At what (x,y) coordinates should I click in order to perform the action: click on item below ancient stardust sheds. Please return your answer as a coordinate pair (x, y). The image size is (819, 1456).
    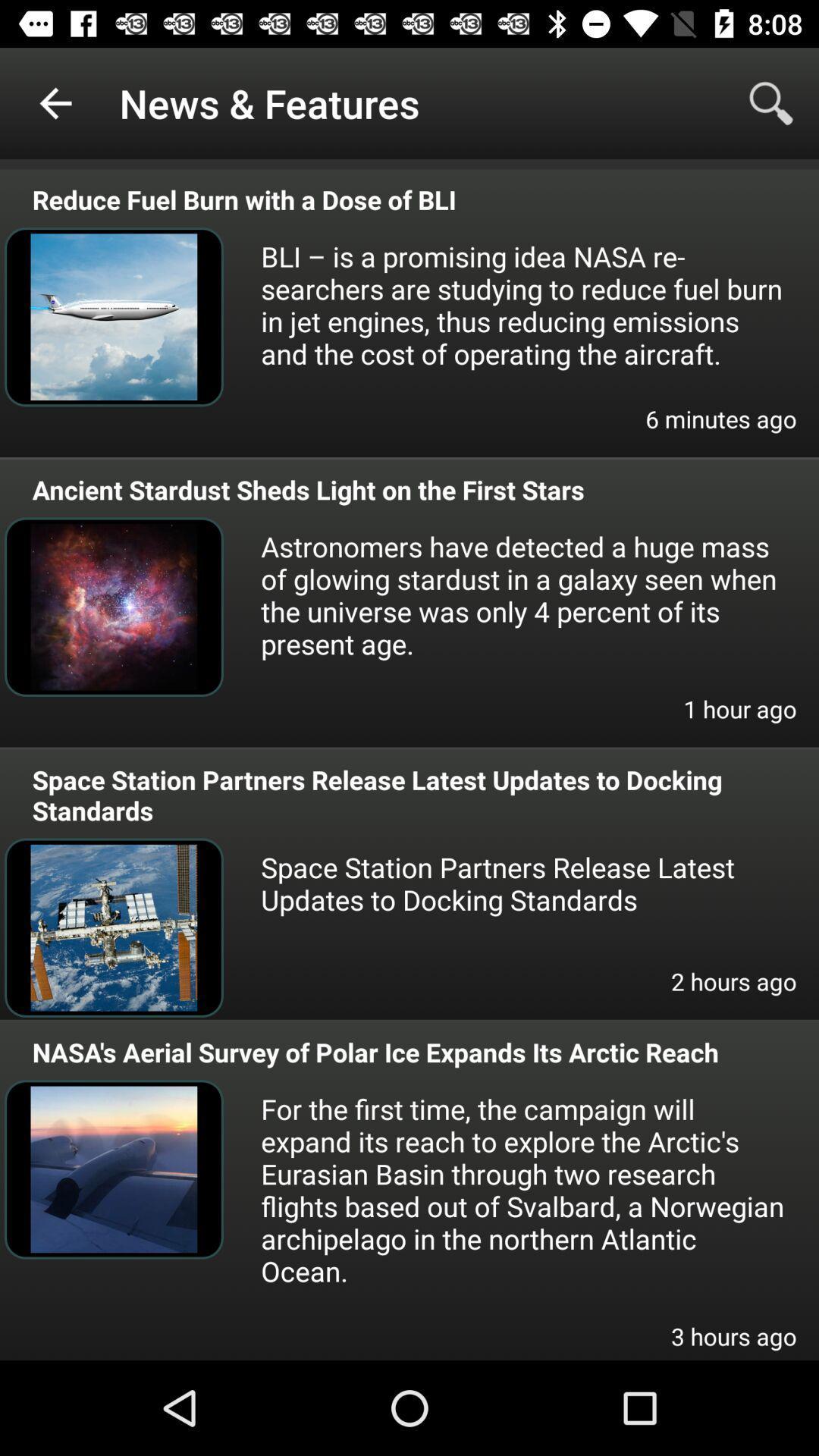
    Looking at the image, I should click on (522, 594).